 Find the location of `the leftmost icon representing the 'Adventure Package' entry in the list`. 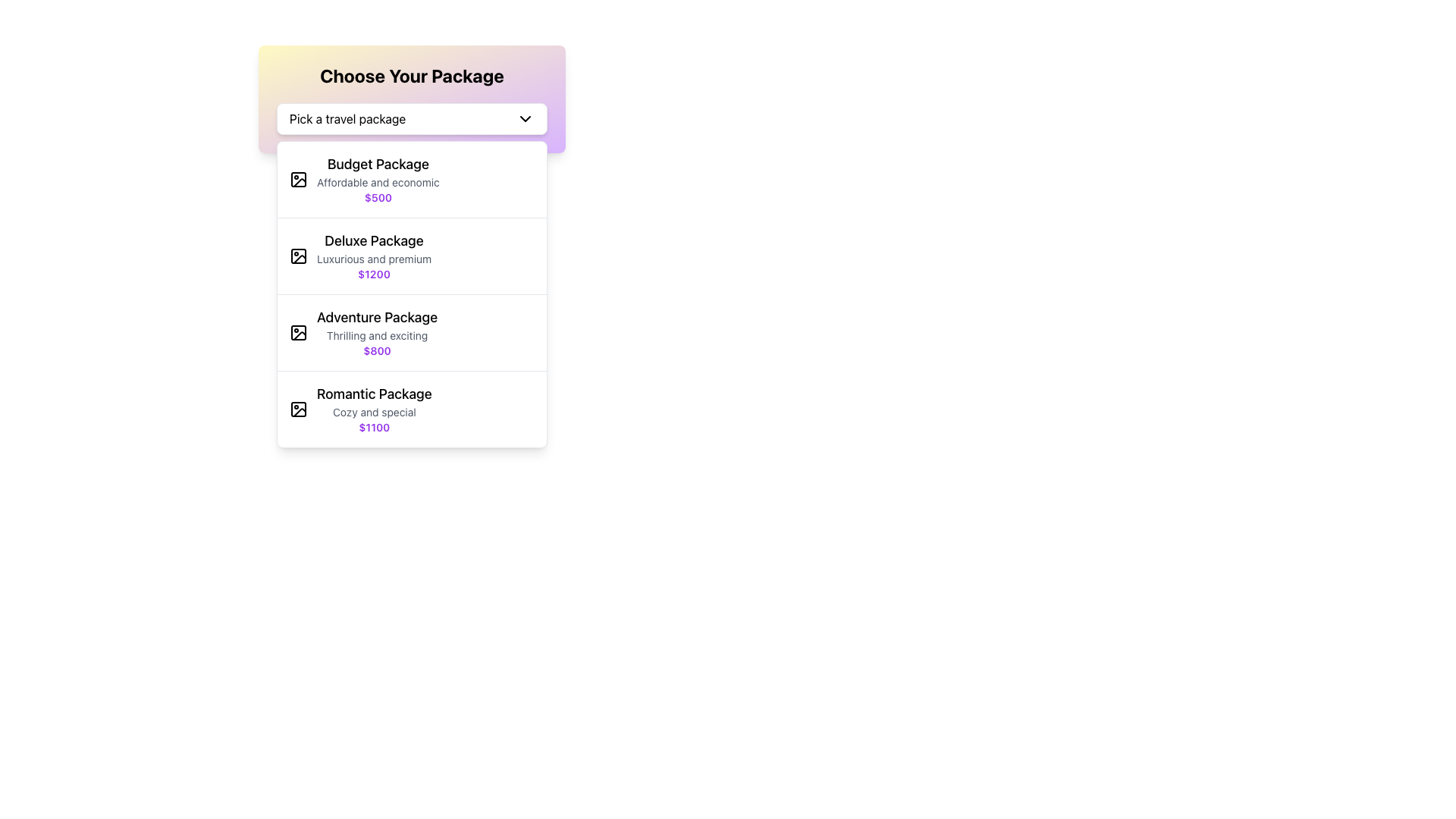

the leftmost icon representing the 'Adventure Package' entry in the list is located at coordinates (298, 332).